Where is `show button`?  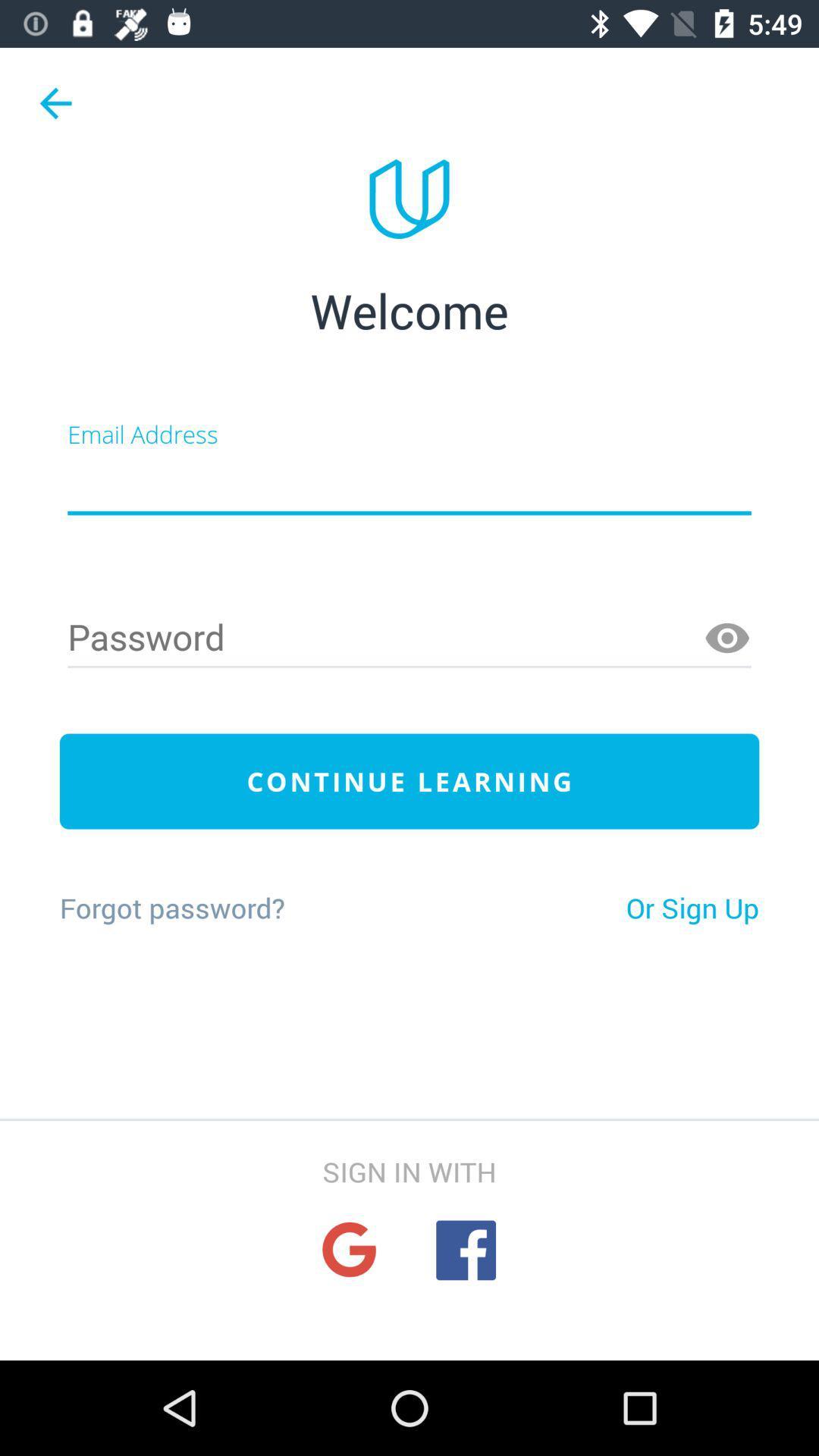
show button is located at coordinates (726, 639).